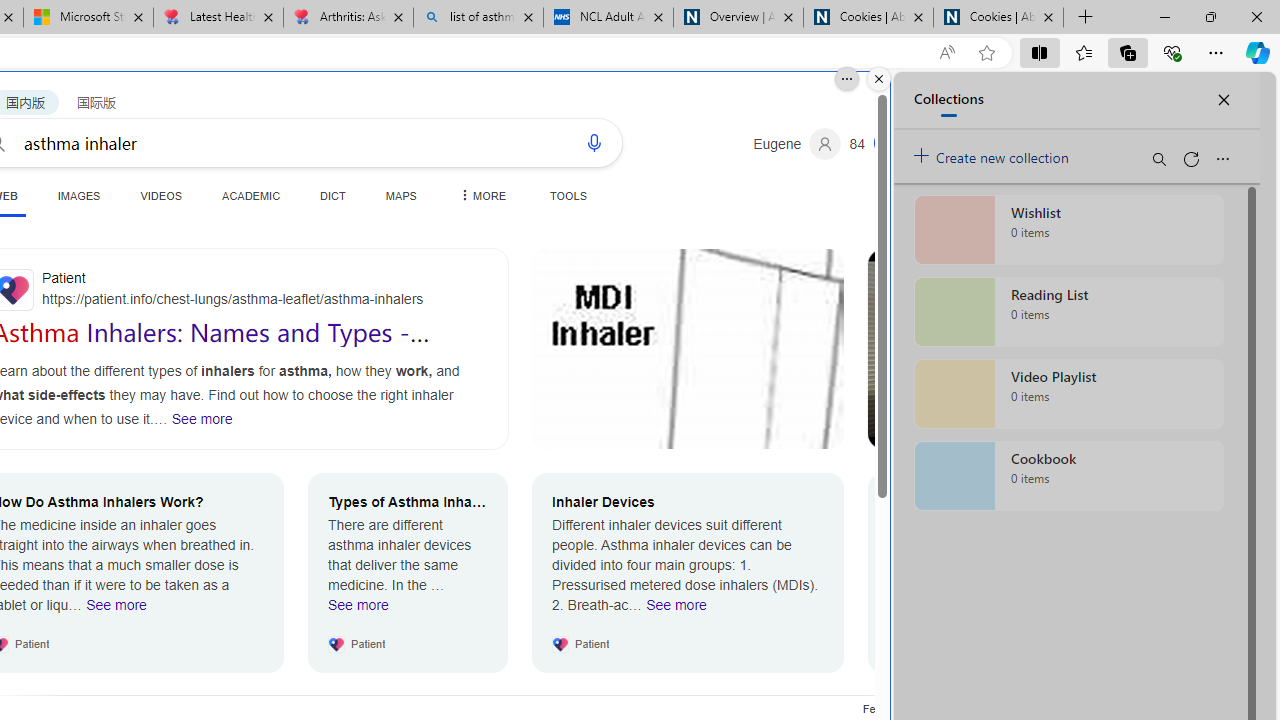 Image resolution: width=1280 pixels, height=720 pixels. I want to click on 'DICT', so click(333, 195).